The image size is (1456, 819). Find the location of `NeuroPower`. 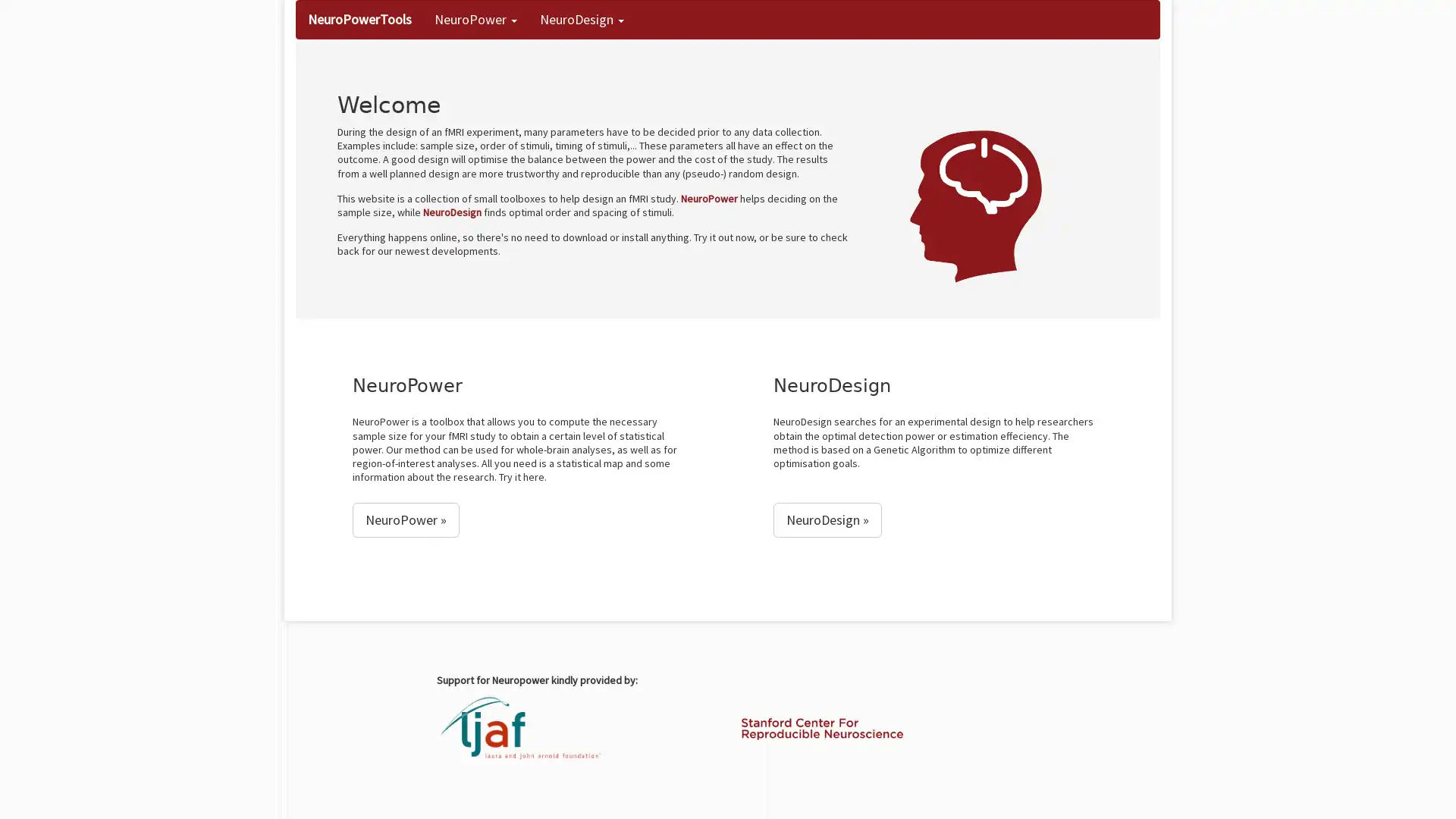

NeuroPower is located at coordinates (406, 519).